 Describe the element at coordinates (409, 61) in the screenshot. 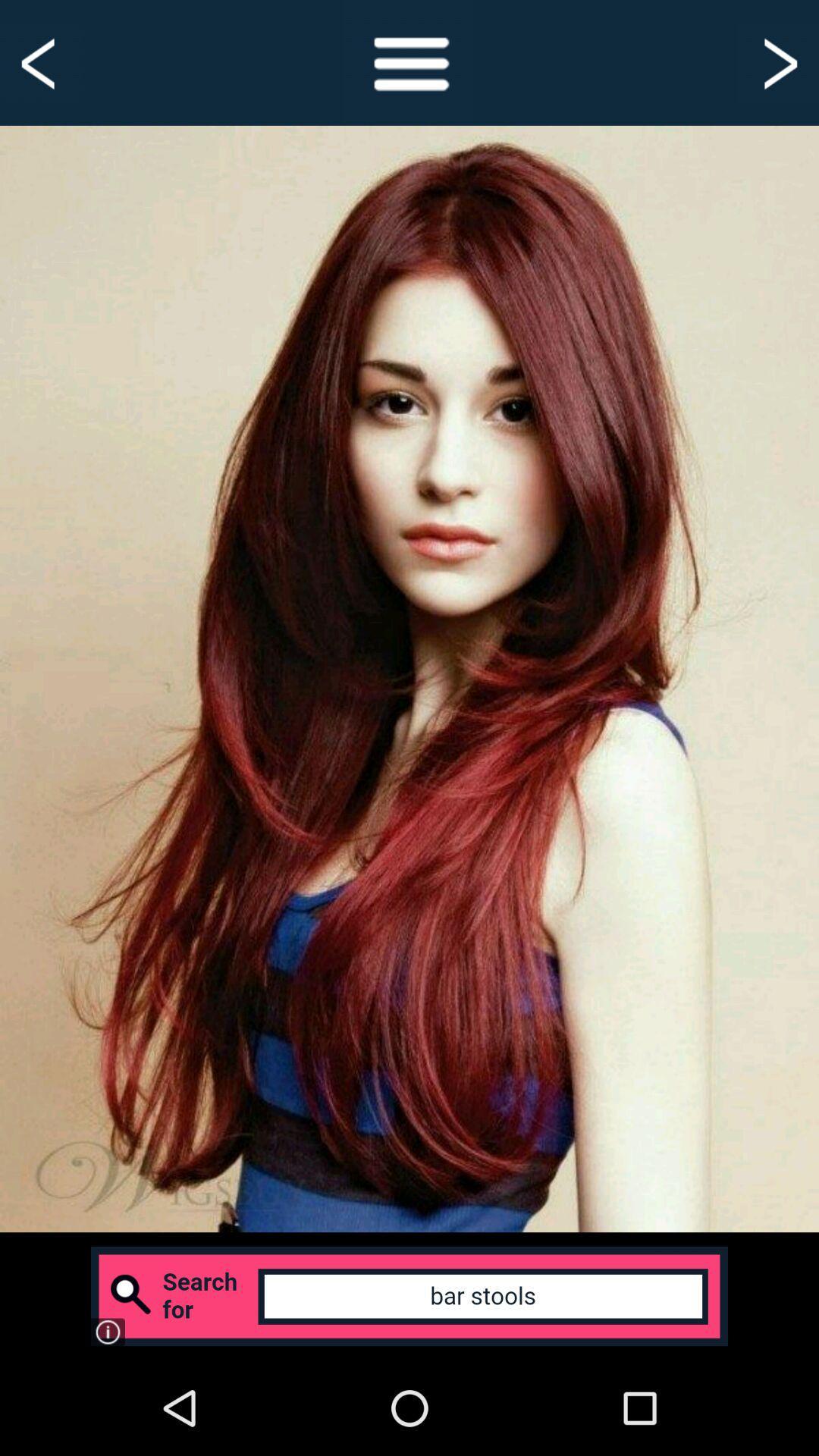

I see `menu dropdown` at that location.